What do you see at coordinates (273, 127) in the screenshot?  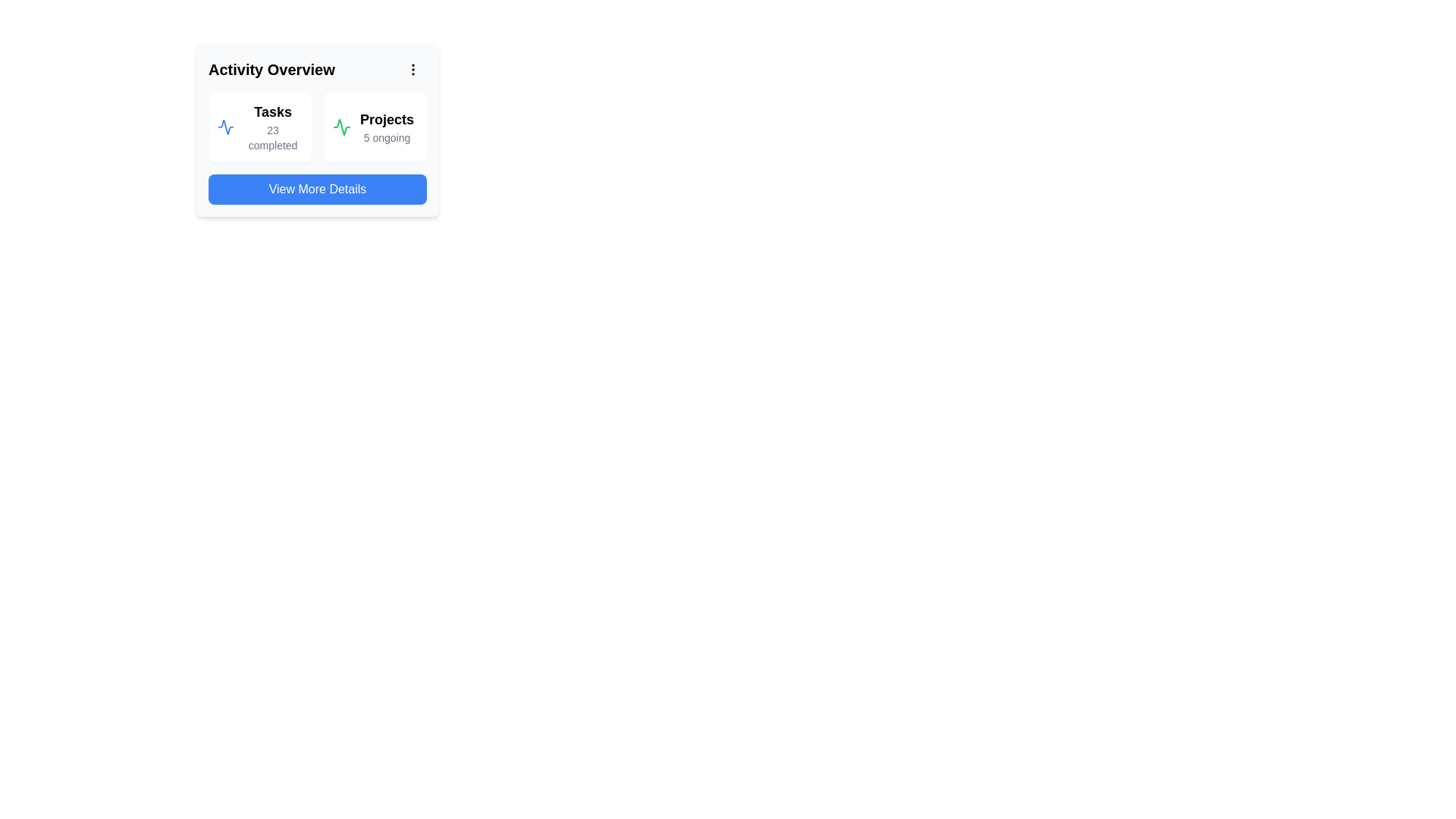 I see `the text display element that has a bold header reading 'Tasks' and a subtitle '23 completed'` at bounding box center [273, 127].